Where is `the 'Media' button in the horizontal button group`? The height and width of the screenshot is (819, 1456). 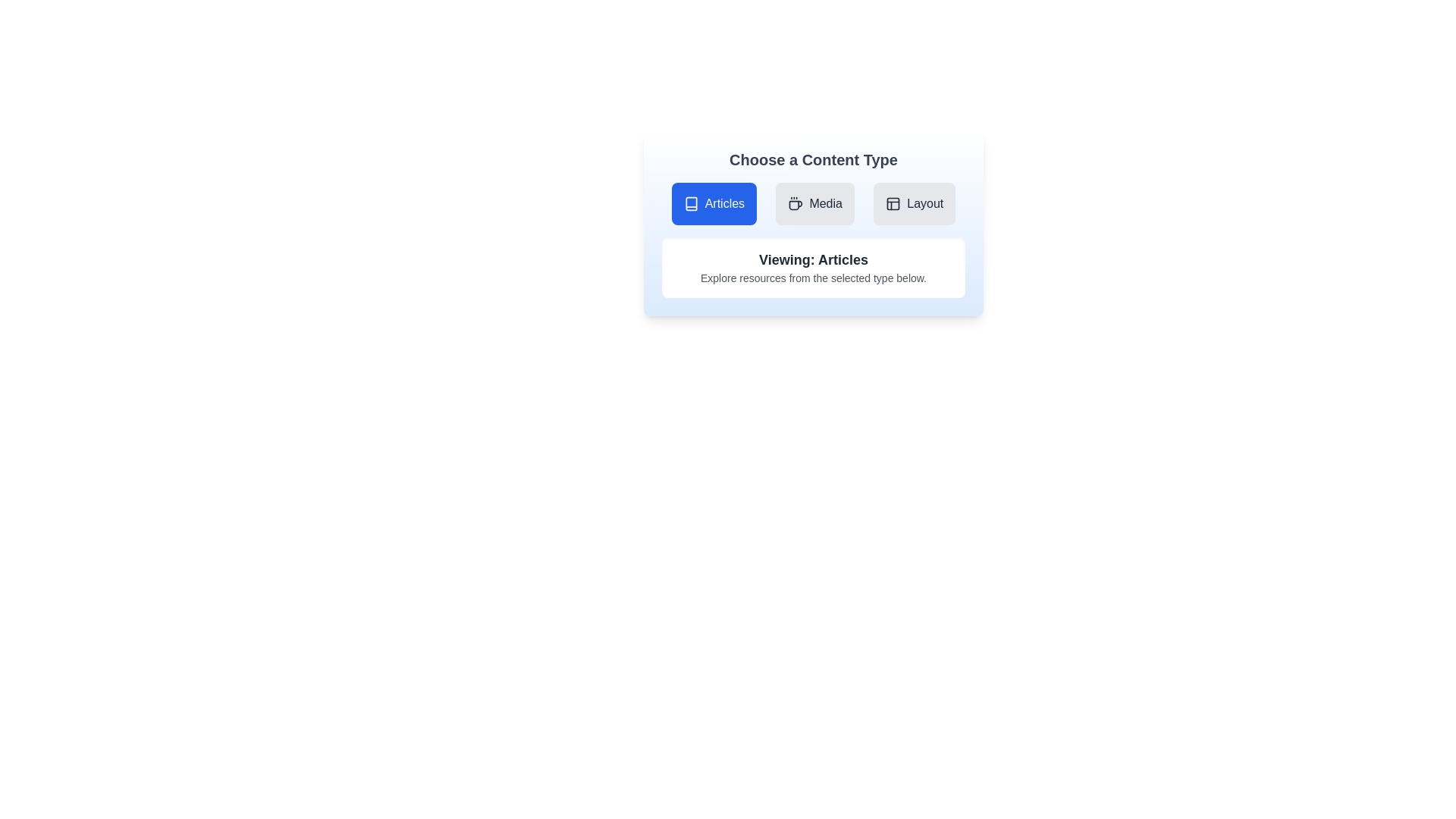 the 'Media' button in the horizontal button group is located at coordinates (813, 203).